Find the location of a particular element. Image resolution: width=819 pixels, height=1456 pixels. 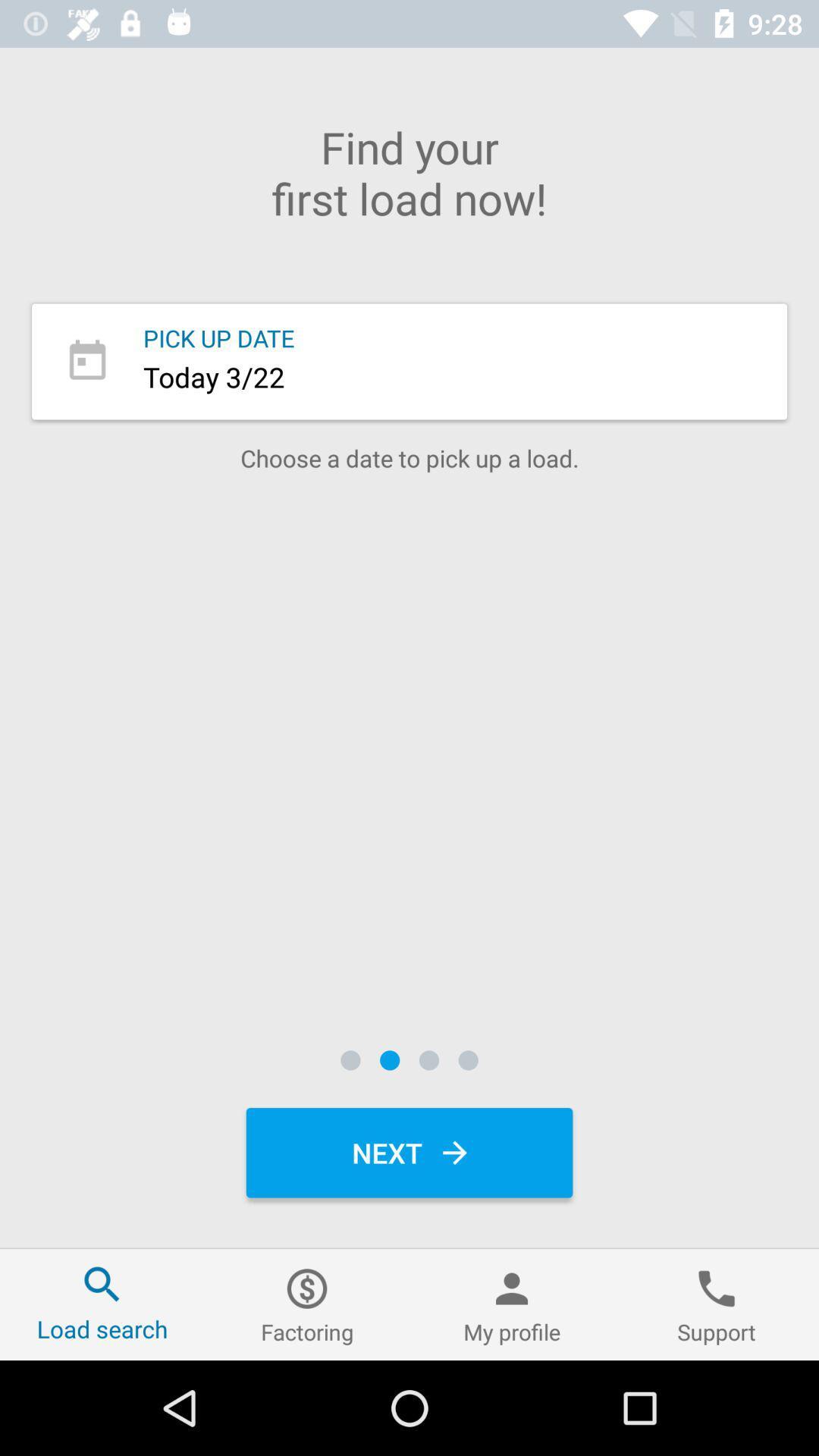

icon next to factoring icon is located at coordinates (512, 1304).